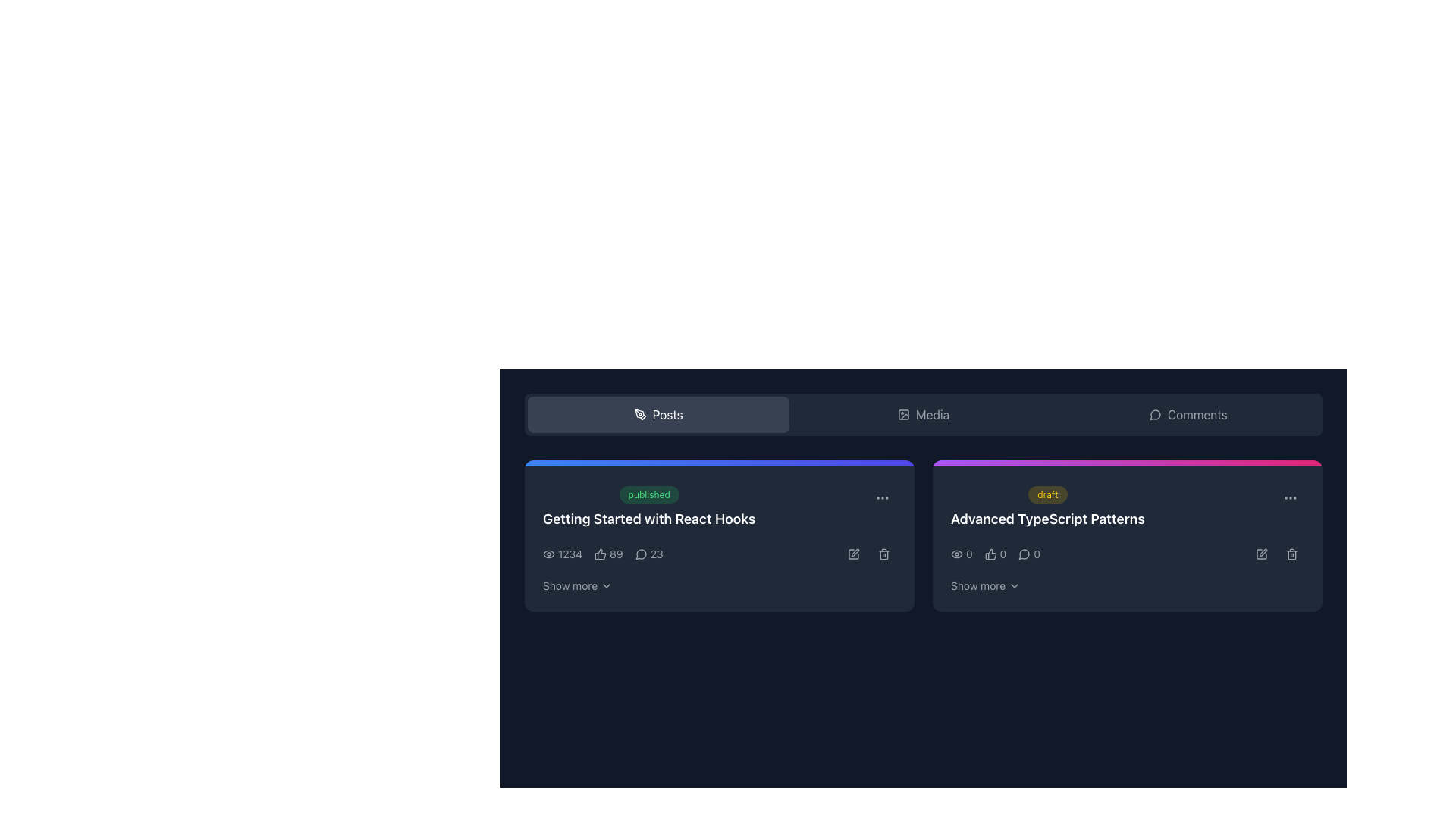 The height and width of the screenshot is (819, 1456). Describe the element at coordinates (658, 415) in the screenshot. I see `the navigation button for 'Posts'` at that location.